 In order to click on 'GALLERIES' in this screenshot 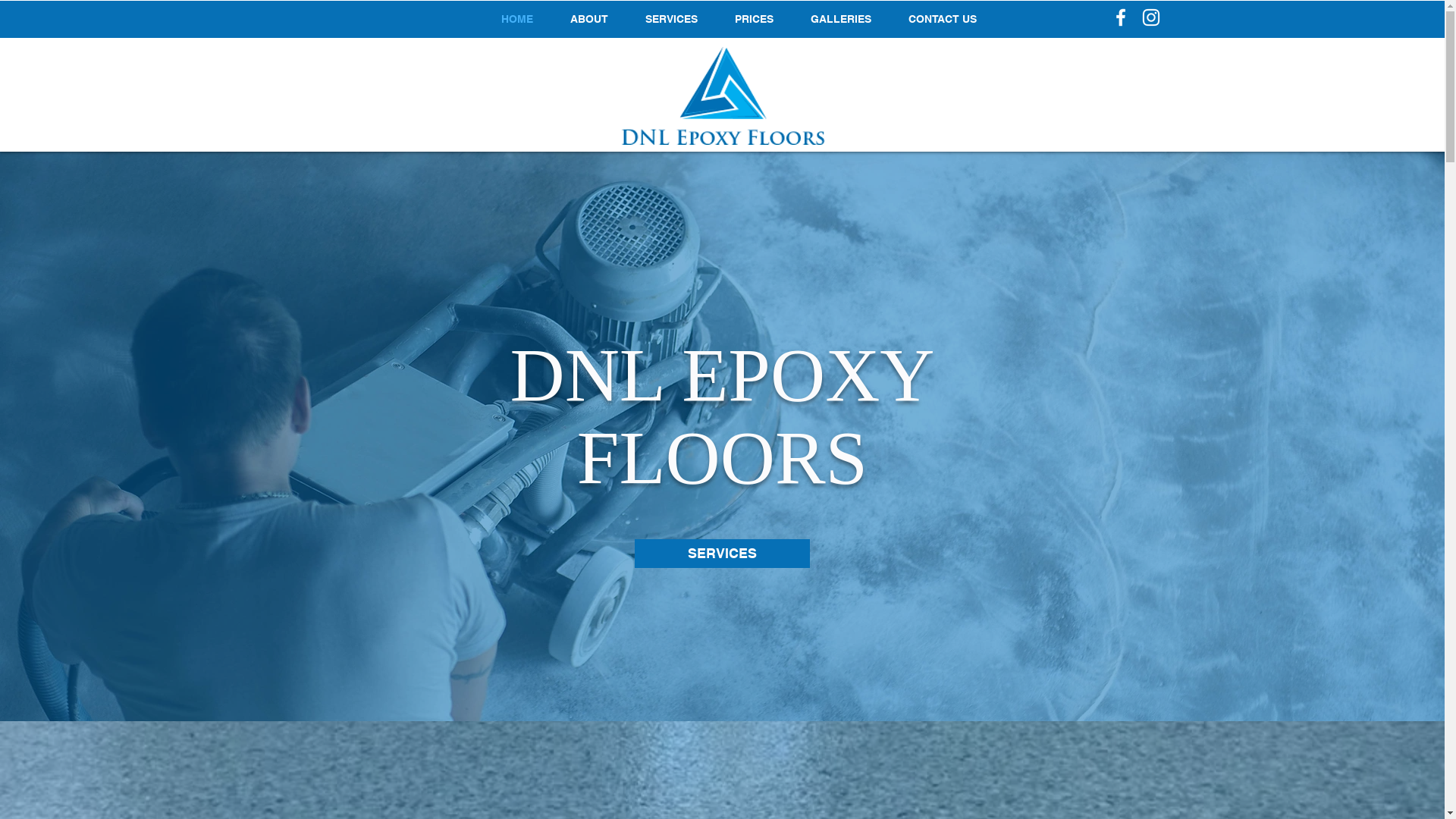, I will do `click(840, 18)`.